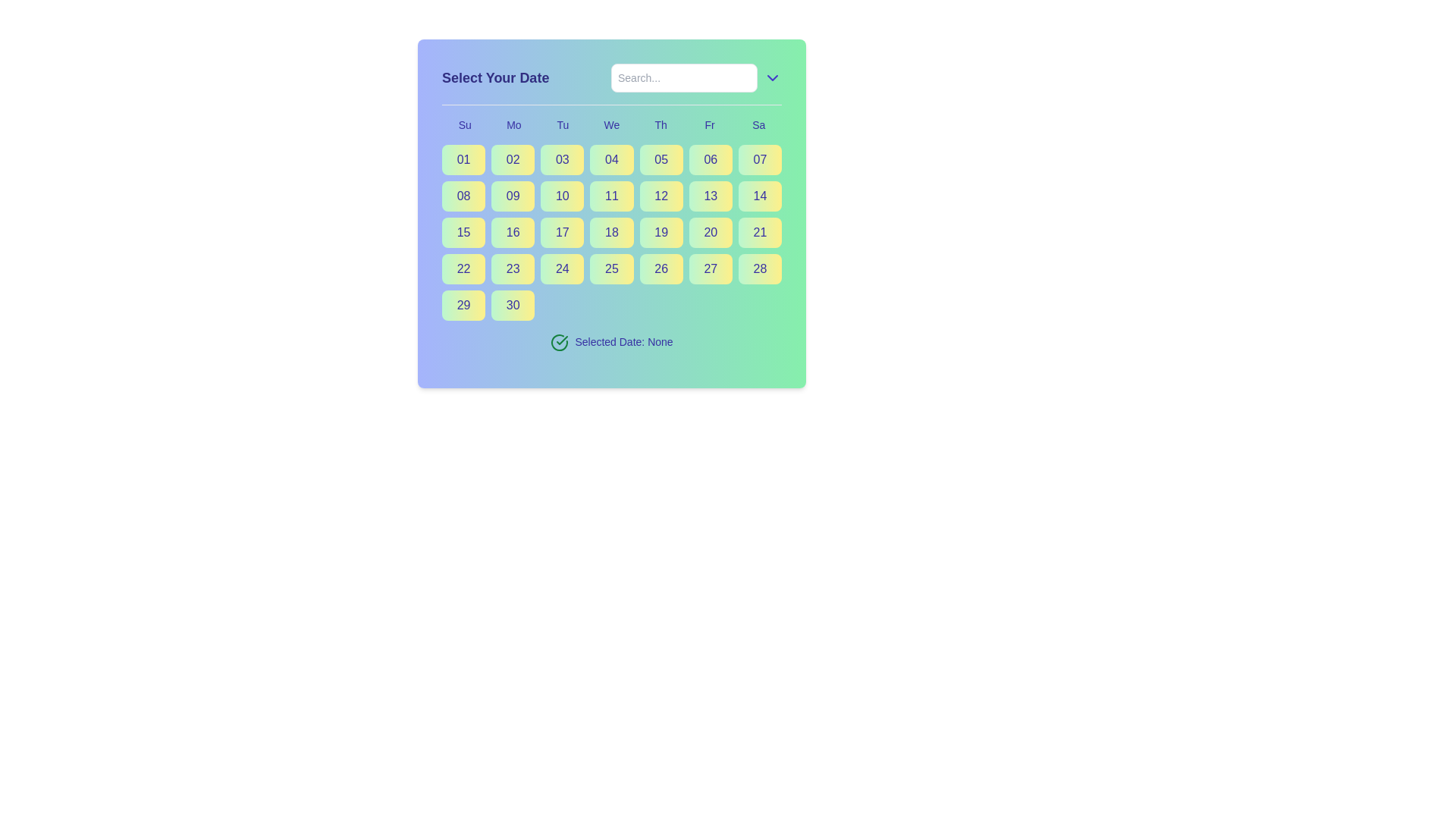 This screenshot has height=819, width=1456. I want to click on the rounded rectangular button labeled '24' with a gradient background transitioning from green to yellow located in the fourth row and fourth column of the grid, so click(561, 268).